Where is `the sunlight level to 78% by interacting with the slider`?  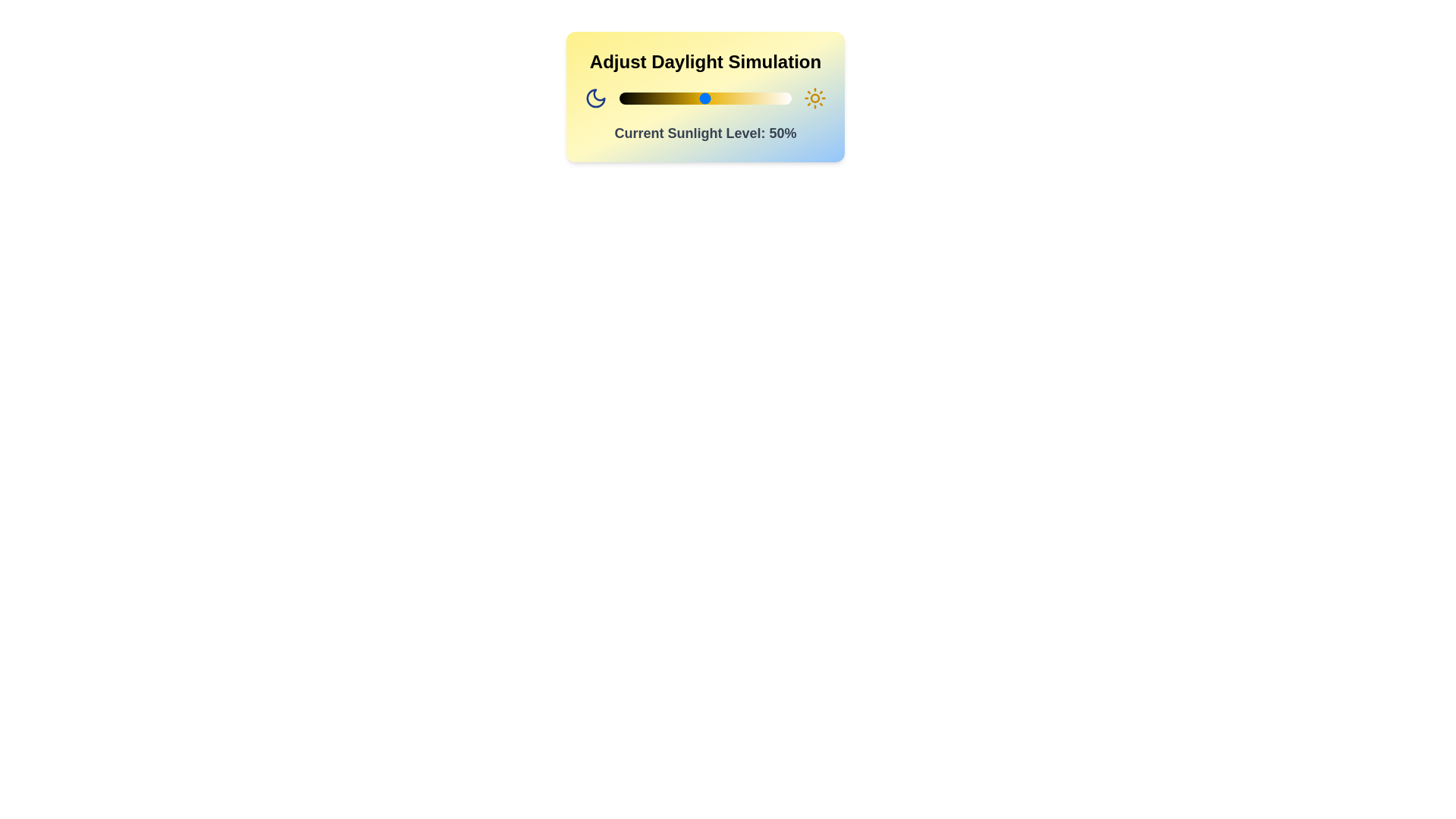
the sunlight level to 78% by interacting with the slider is located at coordinates (753, 99).